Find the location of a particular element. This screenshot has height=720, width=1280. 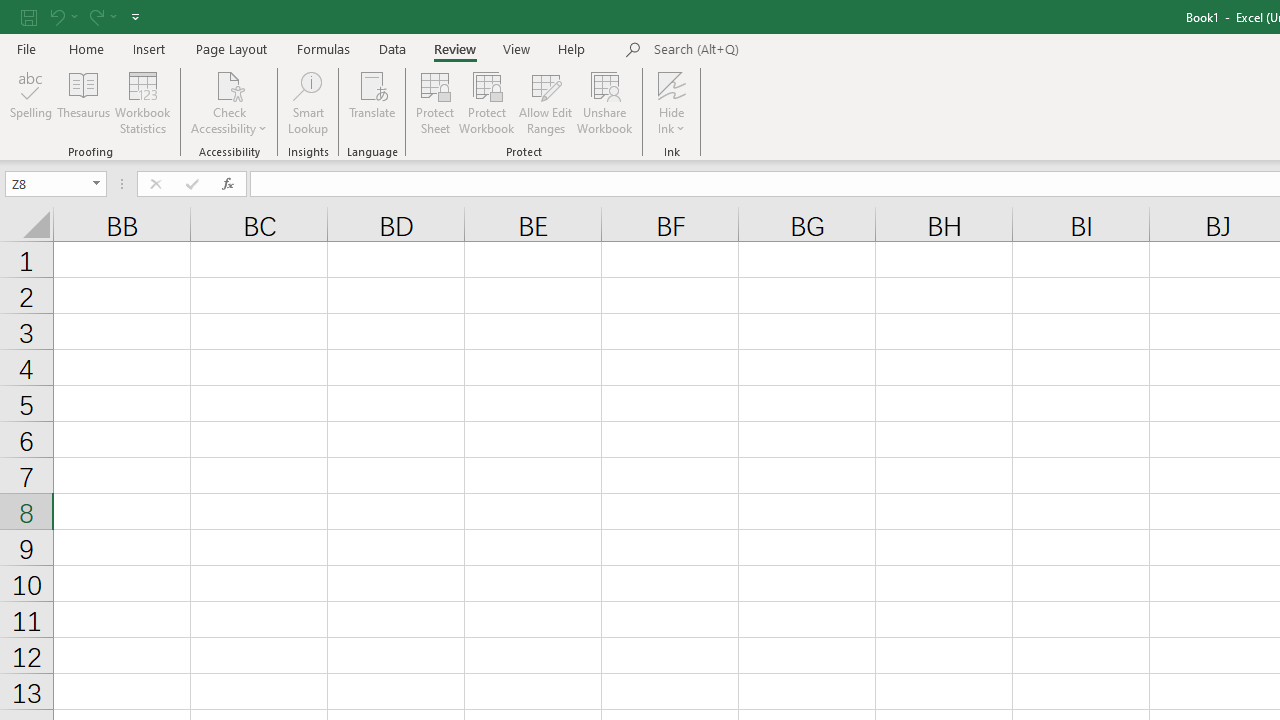

'Check Accessibility' is located at coordinates (229, 103).